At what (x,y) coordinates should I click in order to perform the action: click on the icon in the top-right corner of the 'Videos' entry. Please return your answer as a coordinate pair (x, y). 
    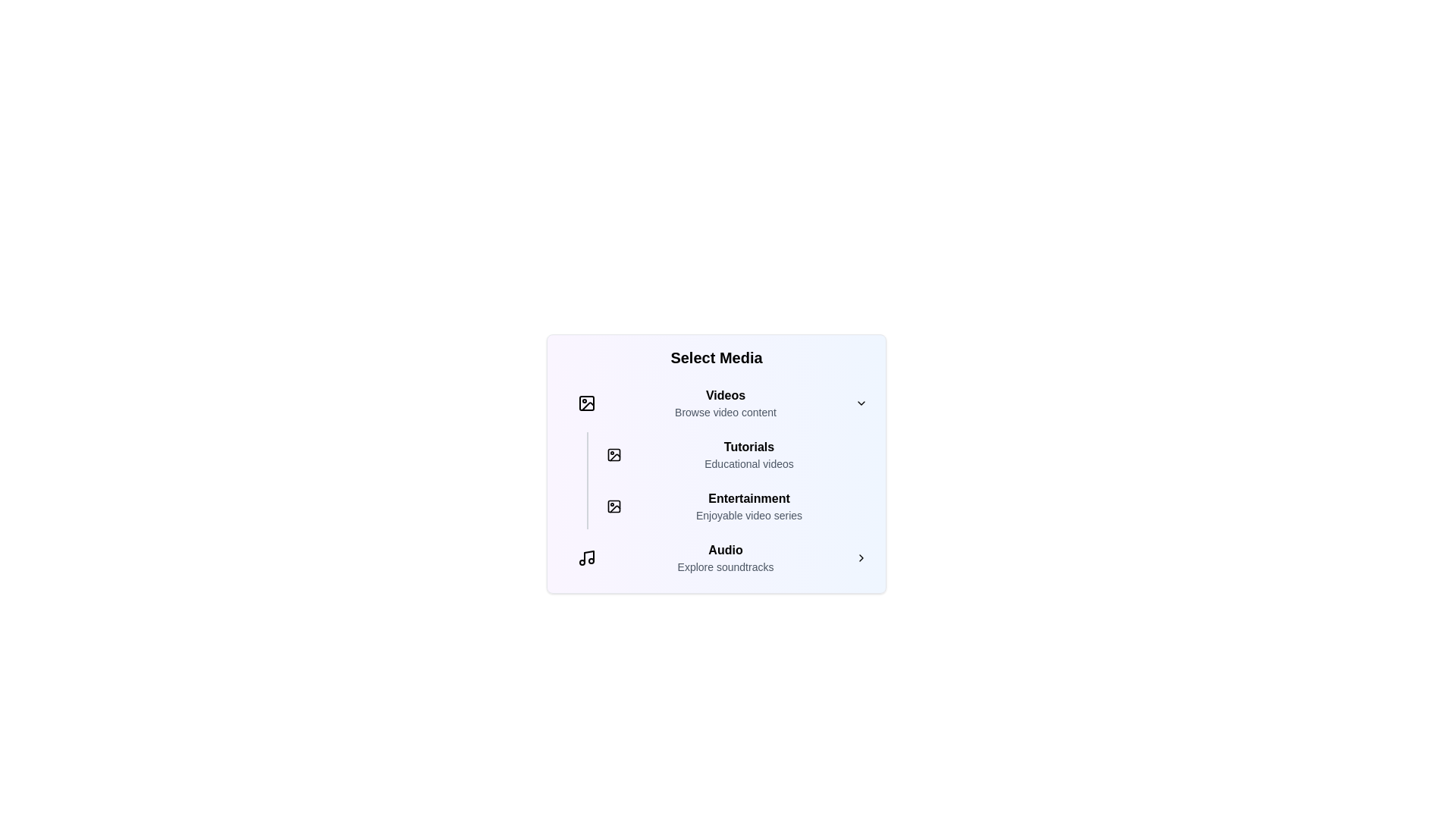
    Looking at the image, I should click on (861, 403).